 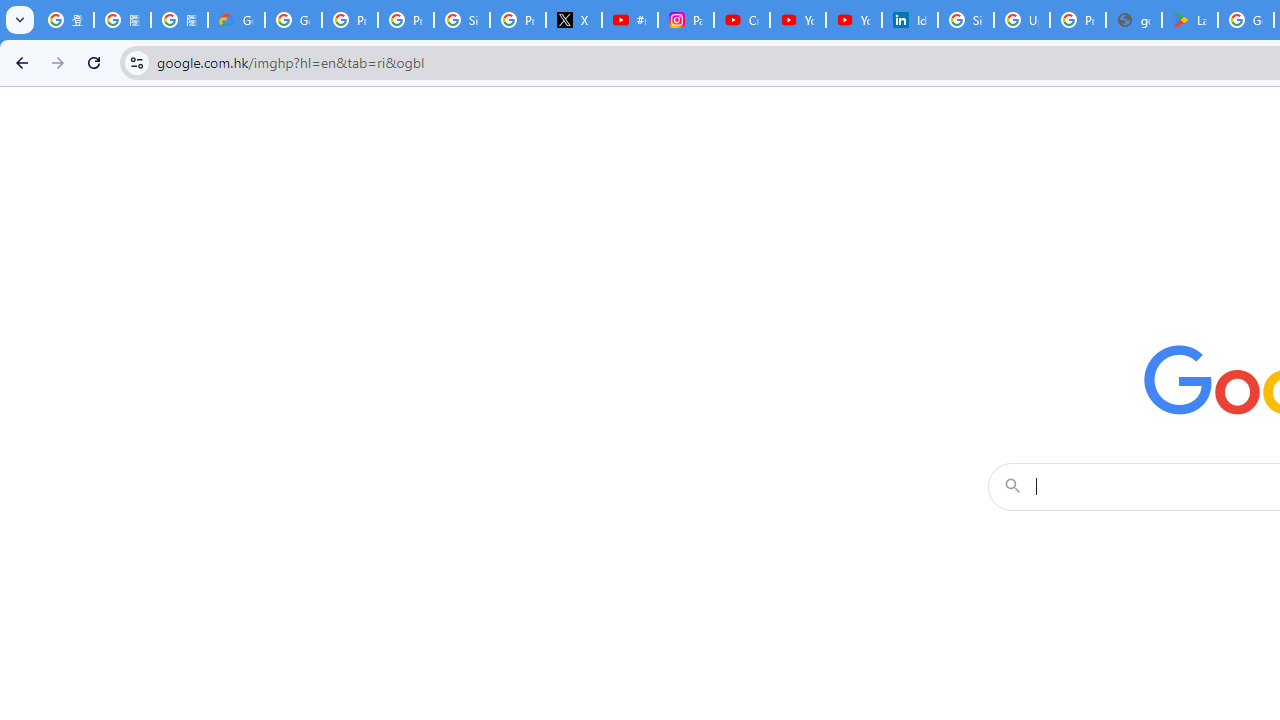 I want to click on '#nbabasketballhighlights - YouTube', so click(x=628, y=20).